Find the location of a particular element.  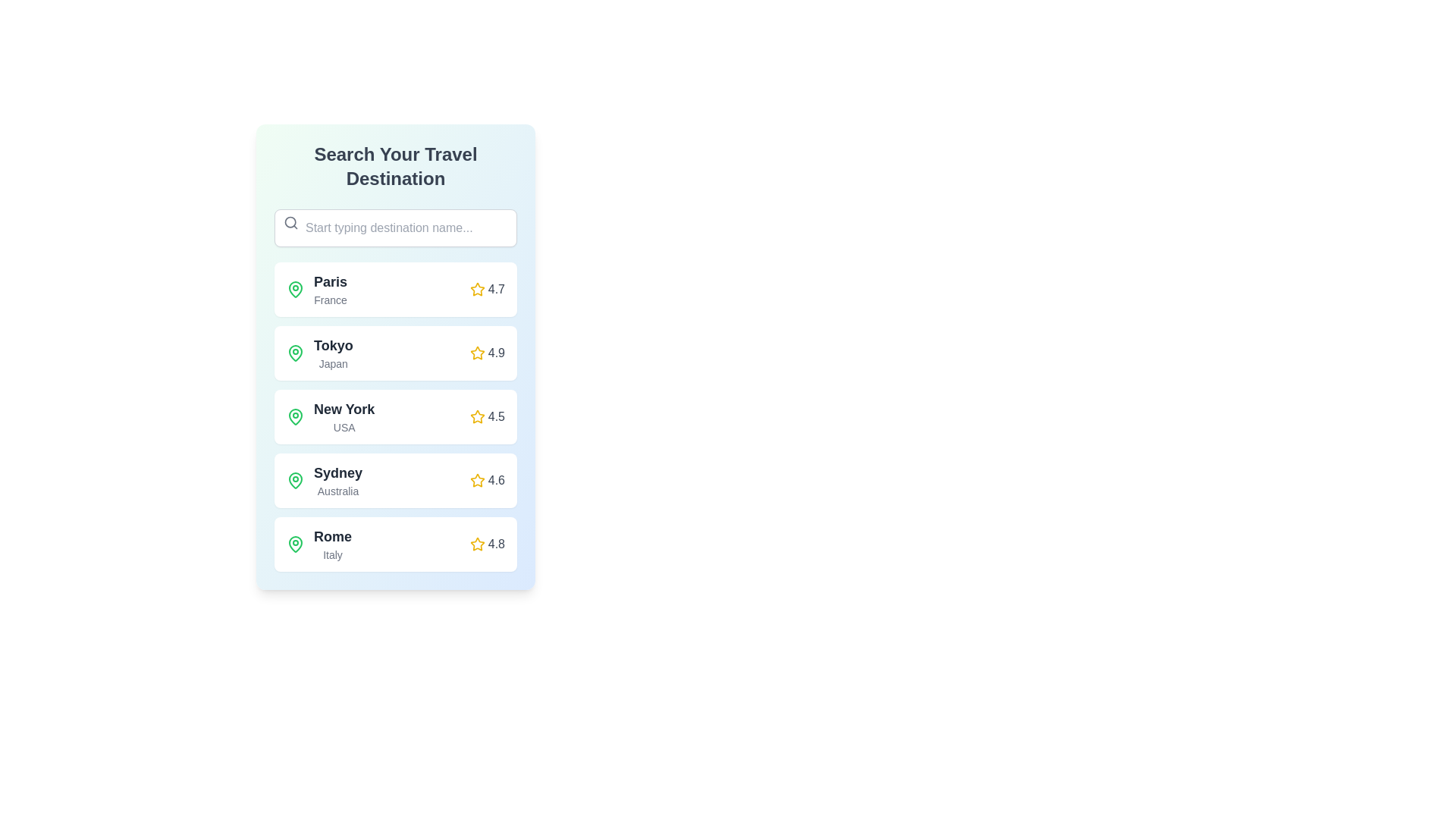

the first search result item displaying 'Paris, France', which is located below the search bar and includes a green location pin on the left and a yellow star icon on the right is located at coordinates (315, 289).